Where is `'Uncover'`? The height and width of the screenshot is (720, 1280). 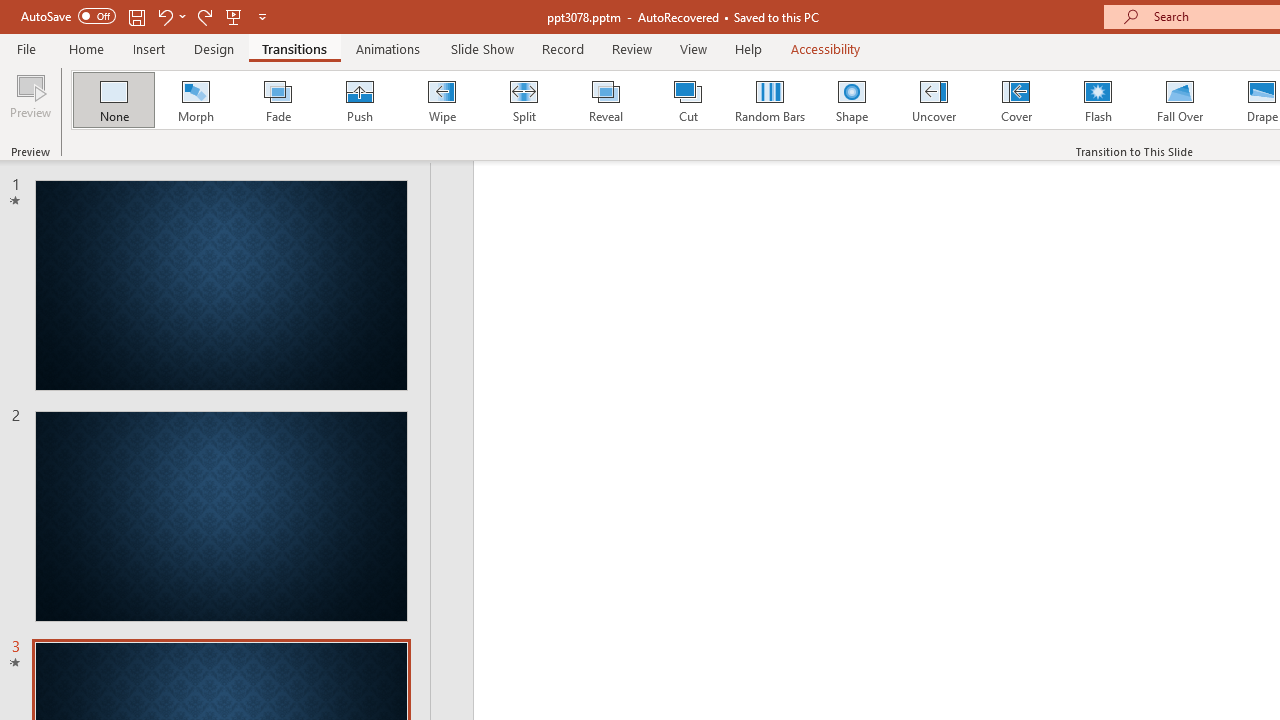 'Uncover' is located at coordinates (933, 100).